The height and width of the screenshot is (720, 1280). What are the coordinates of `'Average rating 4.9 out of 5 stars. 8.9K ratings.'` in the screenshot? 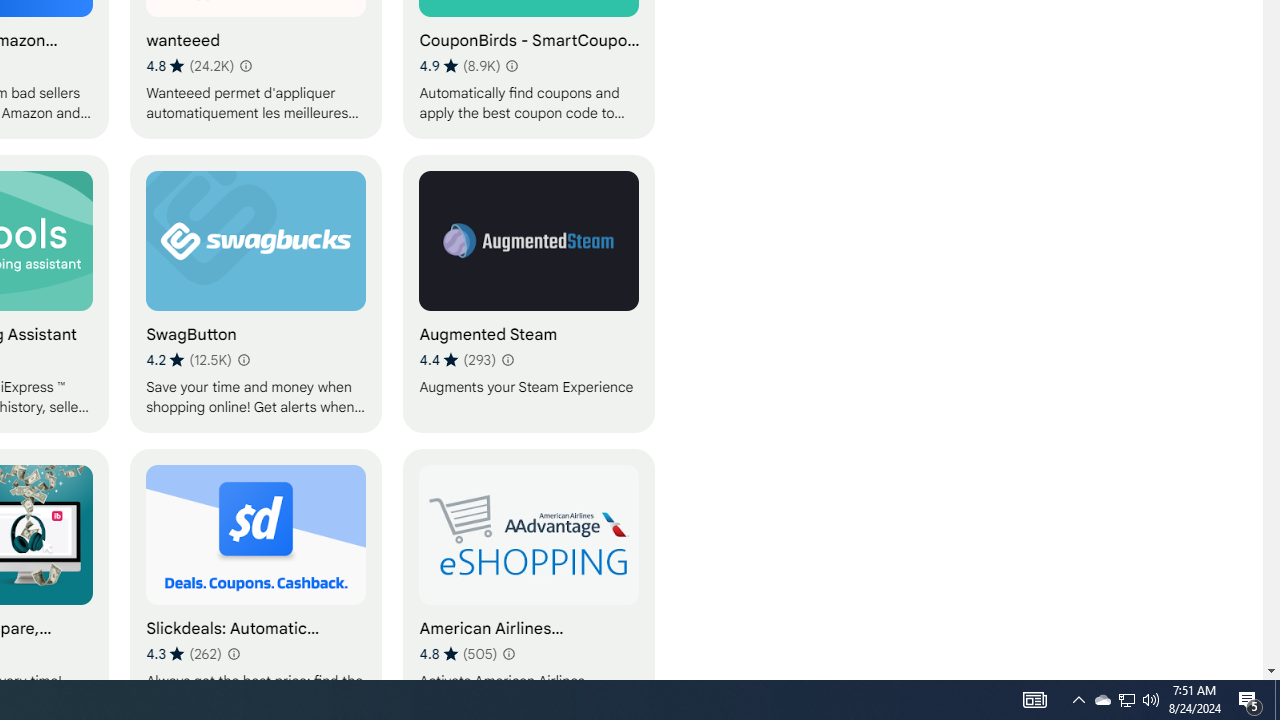 It's located at (458, 65).